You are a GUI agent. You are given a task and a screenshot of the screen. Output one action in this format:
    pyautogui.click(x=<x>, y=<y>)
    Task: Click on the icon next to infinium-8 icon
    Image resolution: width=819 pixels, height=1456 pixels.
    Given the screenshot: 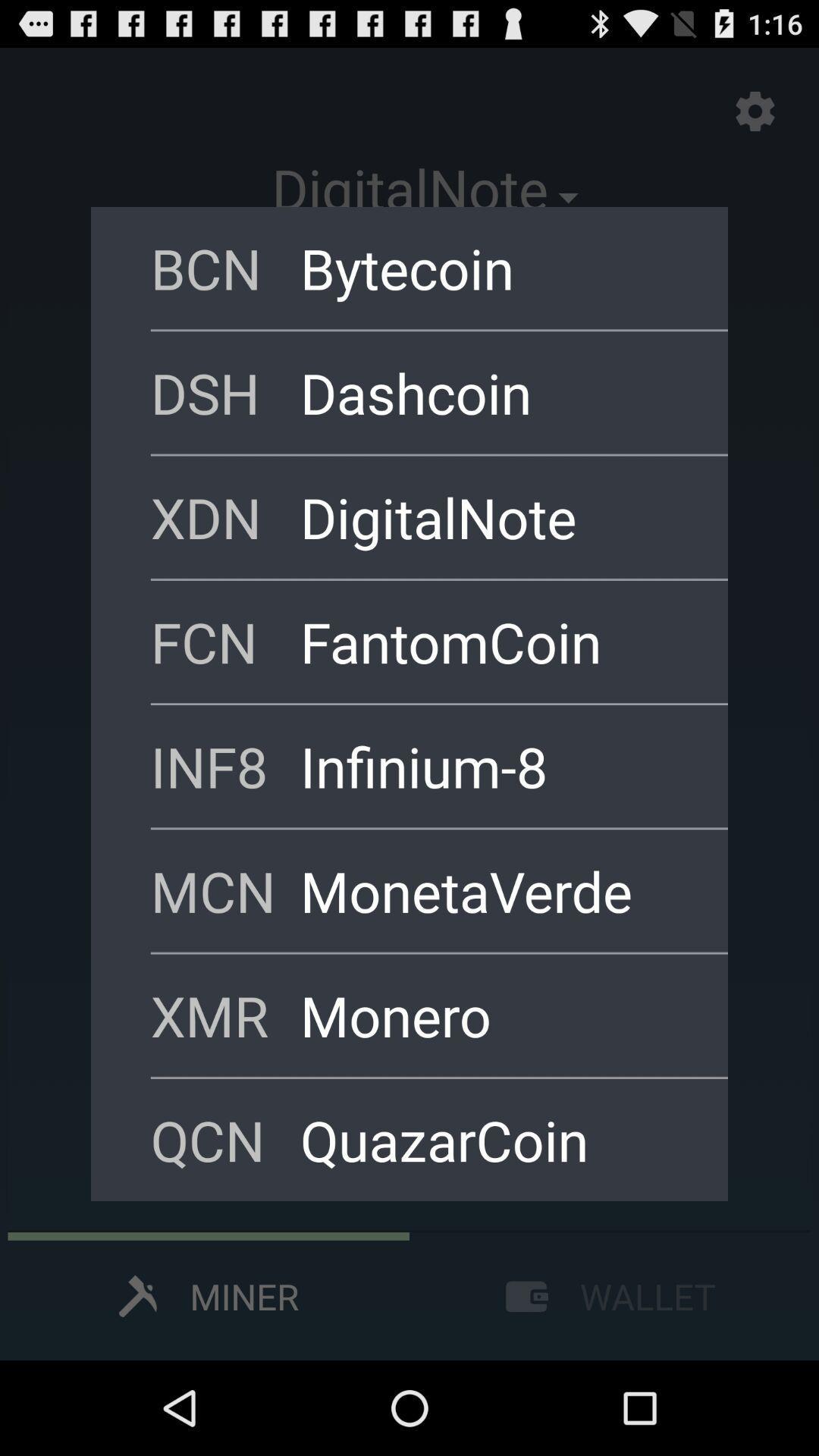 What is the action you would take?
    pyautogui.click(x=225, y=766)
    